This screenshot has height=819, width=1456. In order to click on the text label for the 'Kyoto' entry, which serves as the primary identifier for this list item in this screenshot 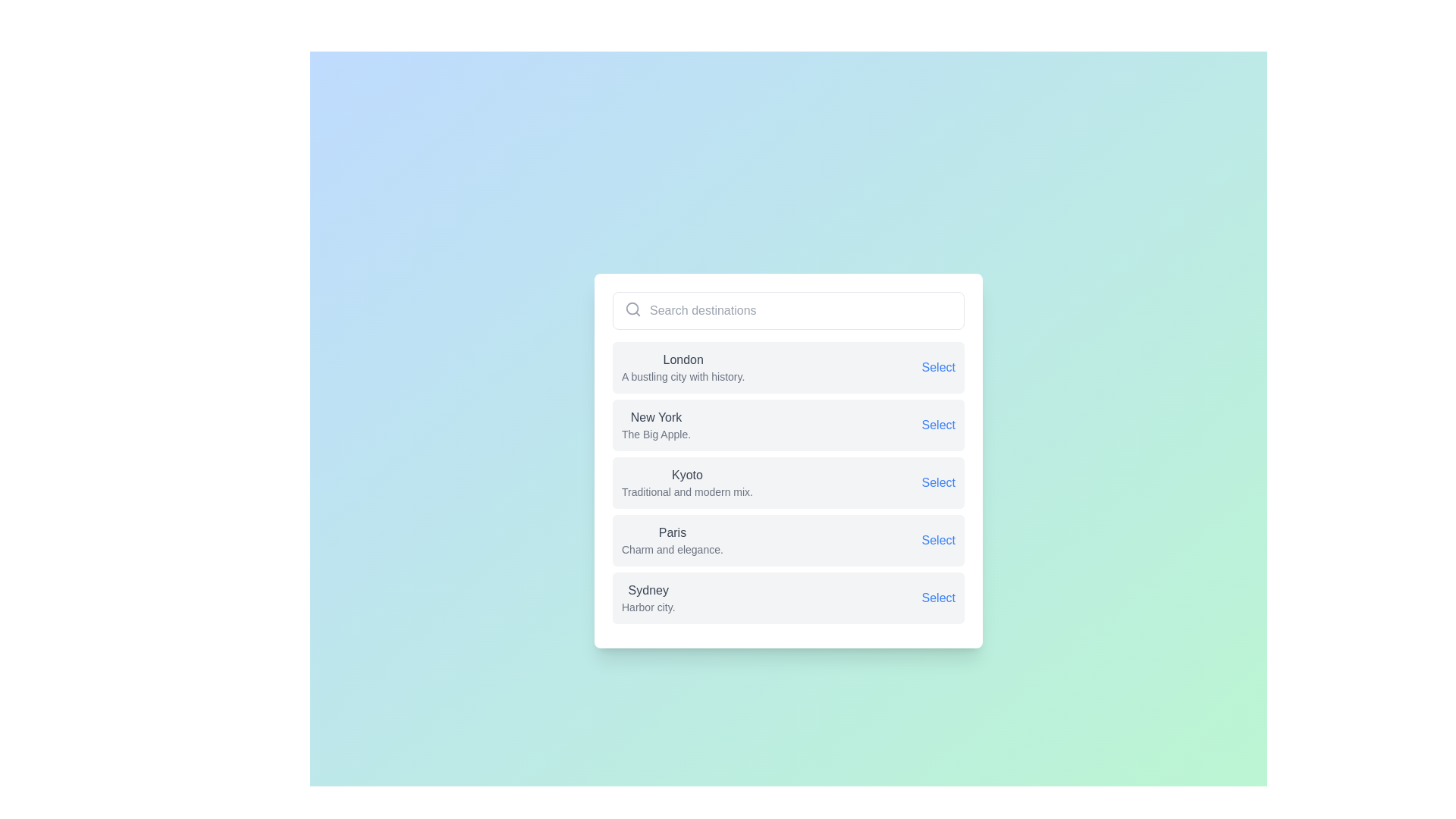, I will do `click(686, 475)`.